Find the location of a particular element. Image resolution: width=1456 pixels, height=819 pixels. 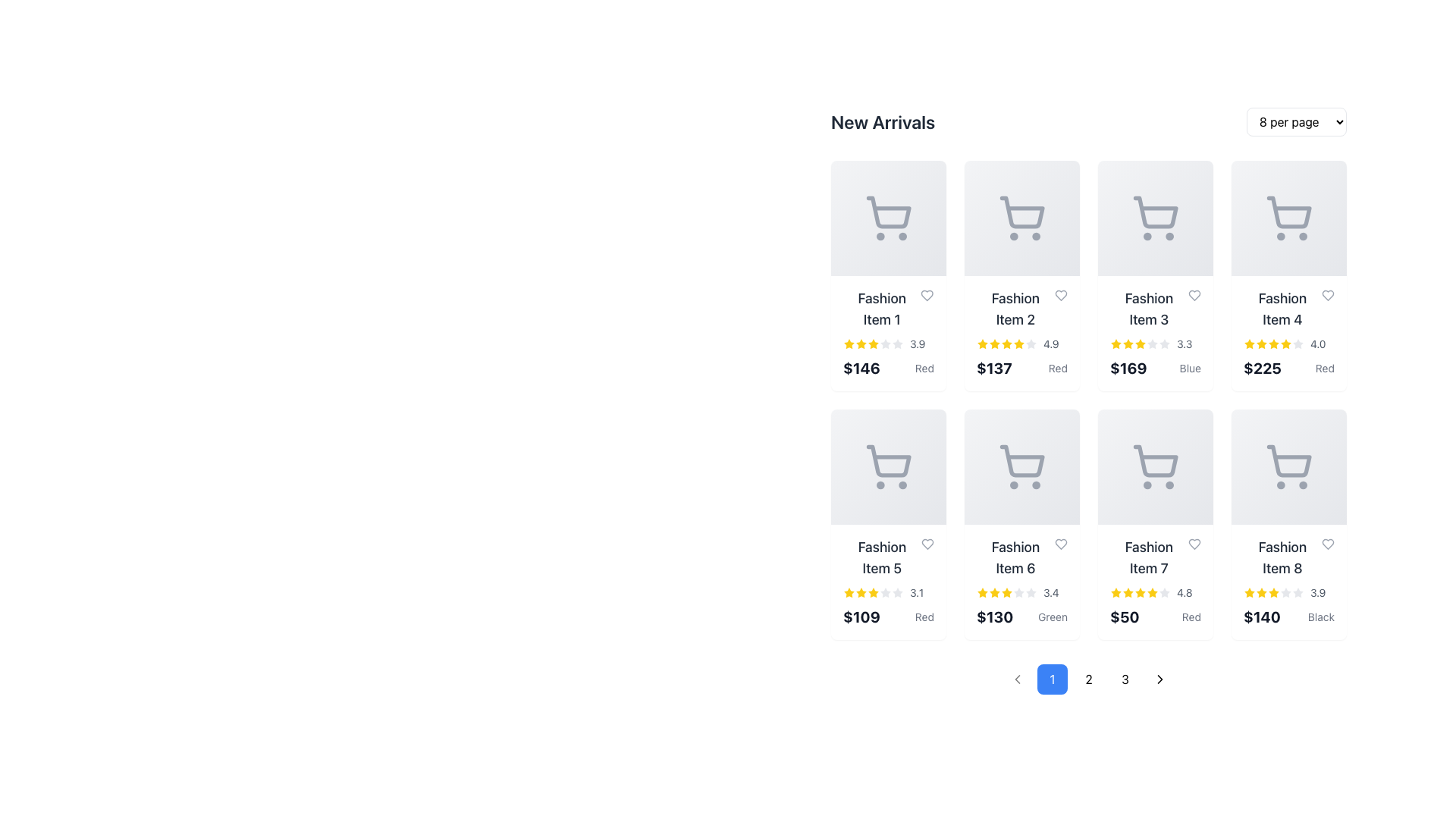

the shopping cart icon that is the primary icon in the second item card labeled 'Fashion Item 2' within the 'New Arrivals' section is located at coordinates (1022, 218).